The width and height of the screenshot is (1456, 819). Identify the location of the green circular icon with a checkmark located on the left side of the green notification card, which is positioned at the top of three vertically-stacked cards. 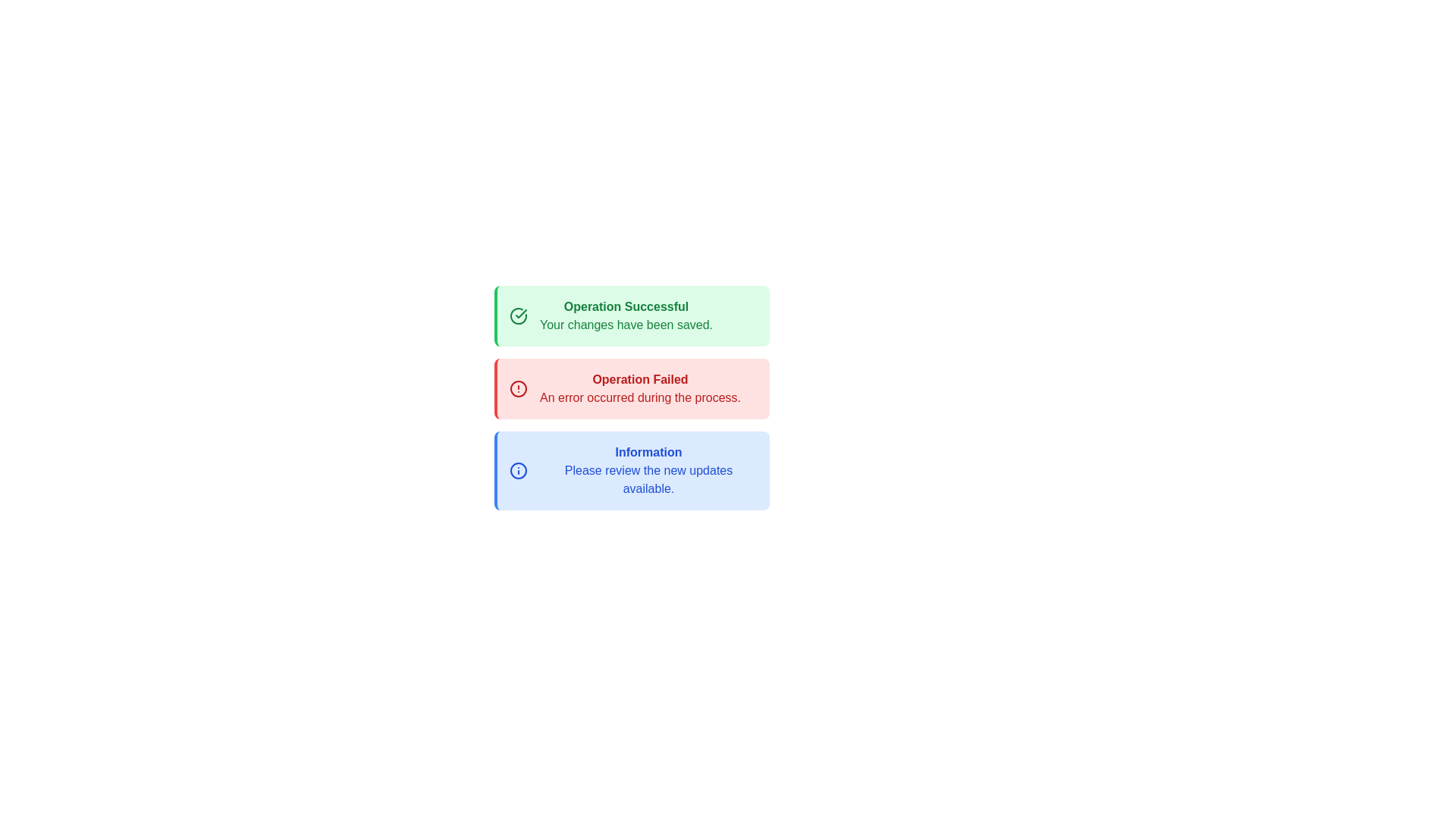
(519, 315).